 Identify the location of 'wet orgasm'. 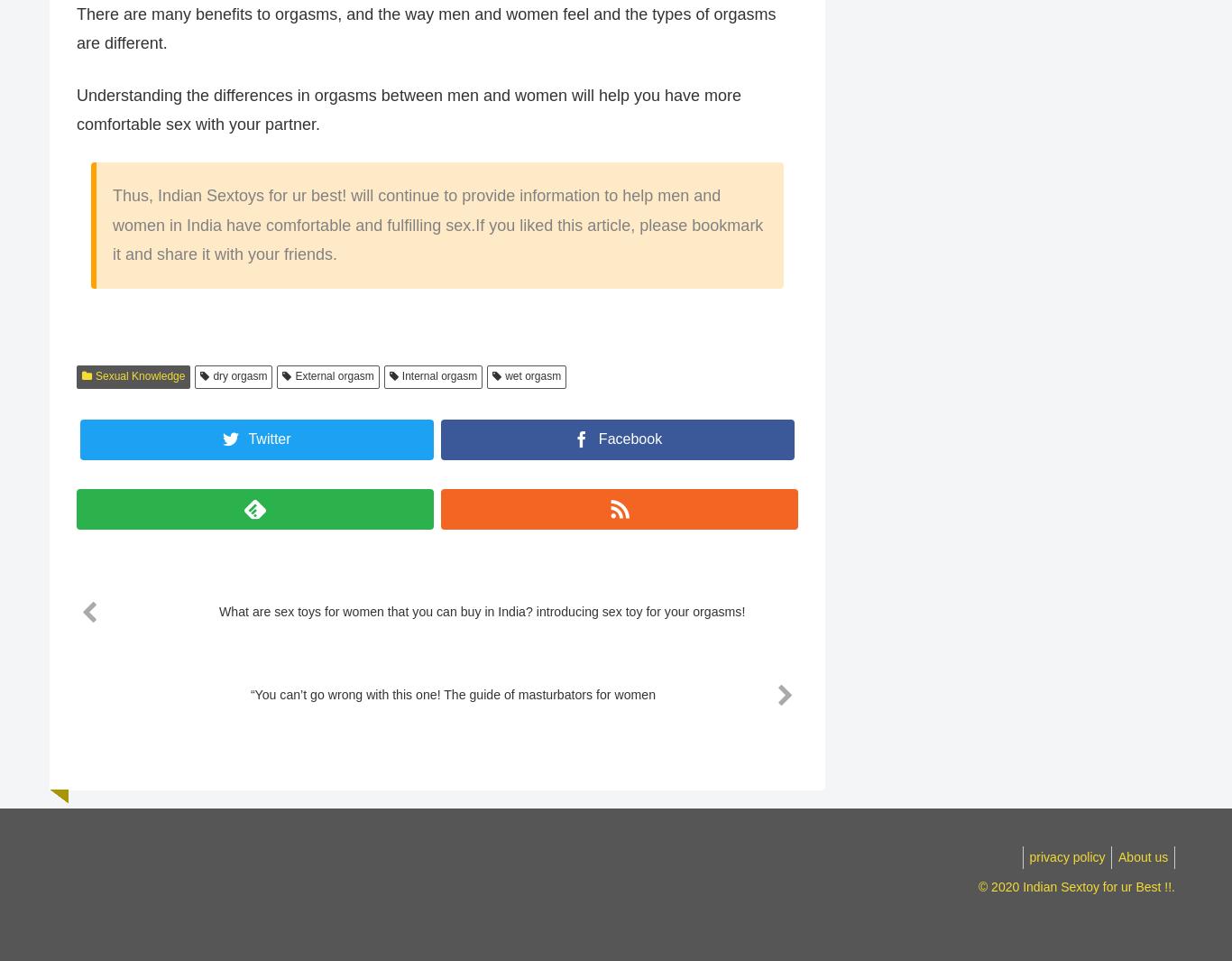
(532, 376).